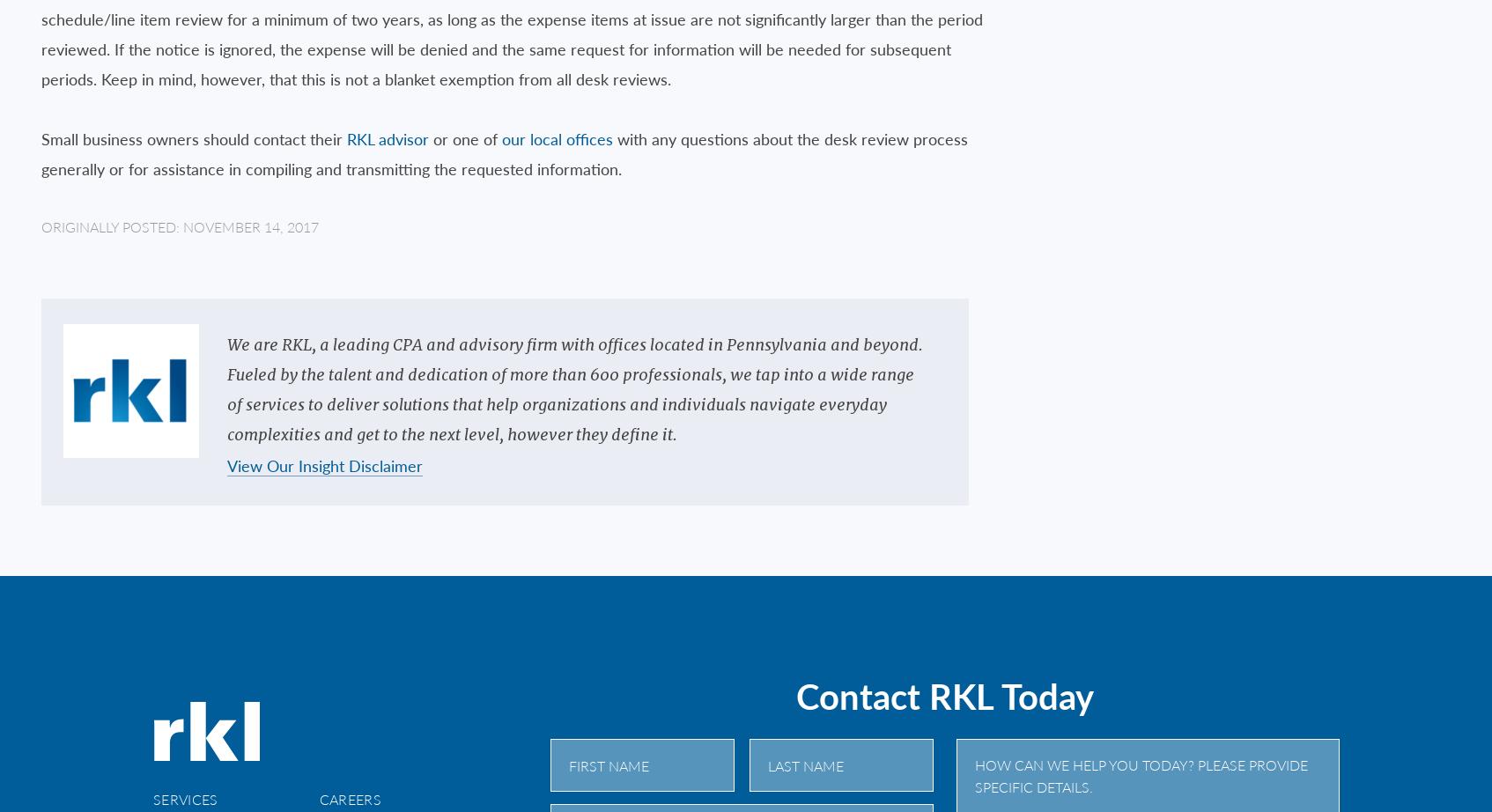 The image size is (1492, 812). I want to click on 'RKL advisor', so click(388, 137).